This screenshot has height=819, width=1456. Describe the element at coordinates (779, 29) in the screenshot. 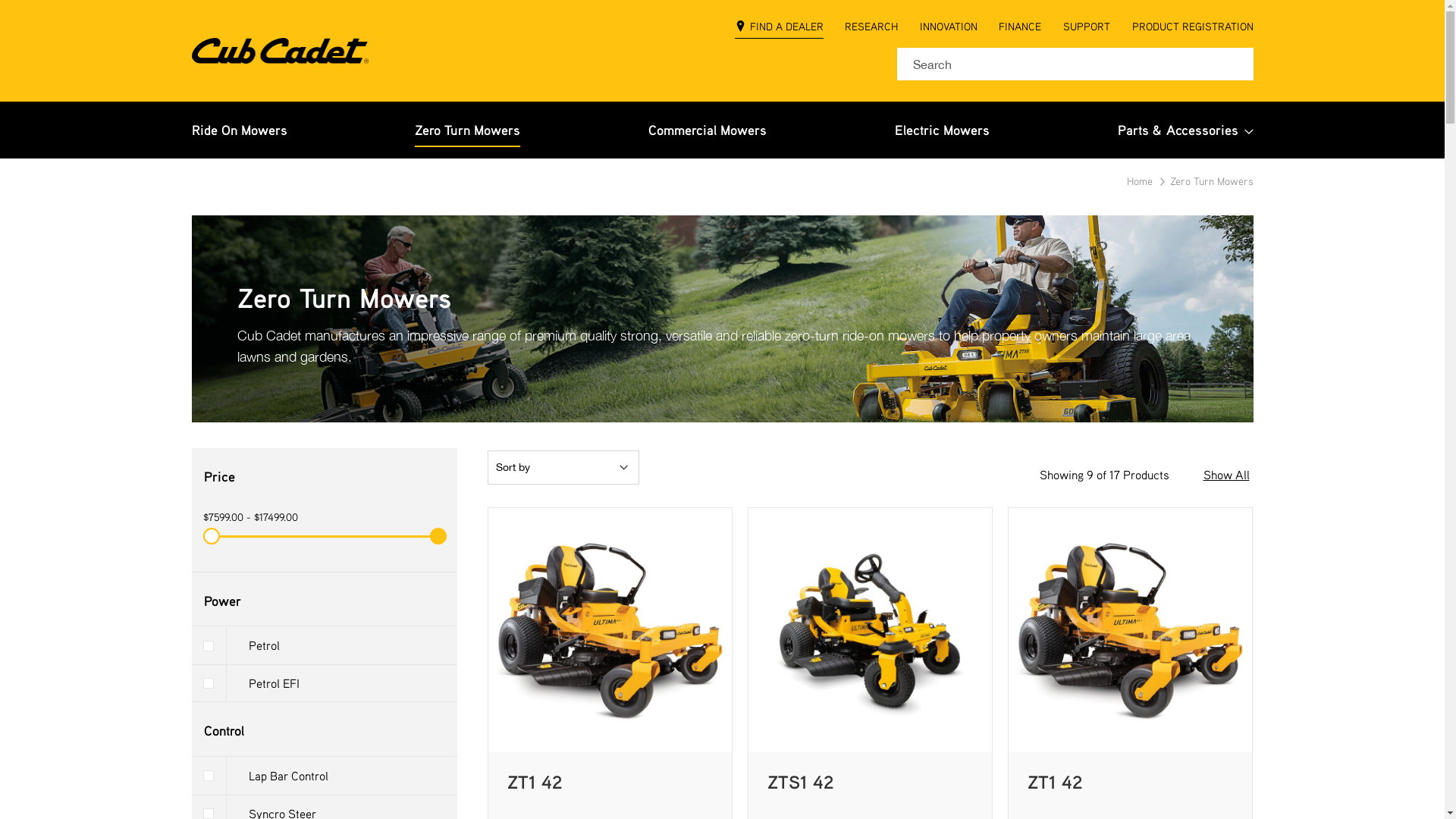

I see `'FIND A DEALER'` at that location.